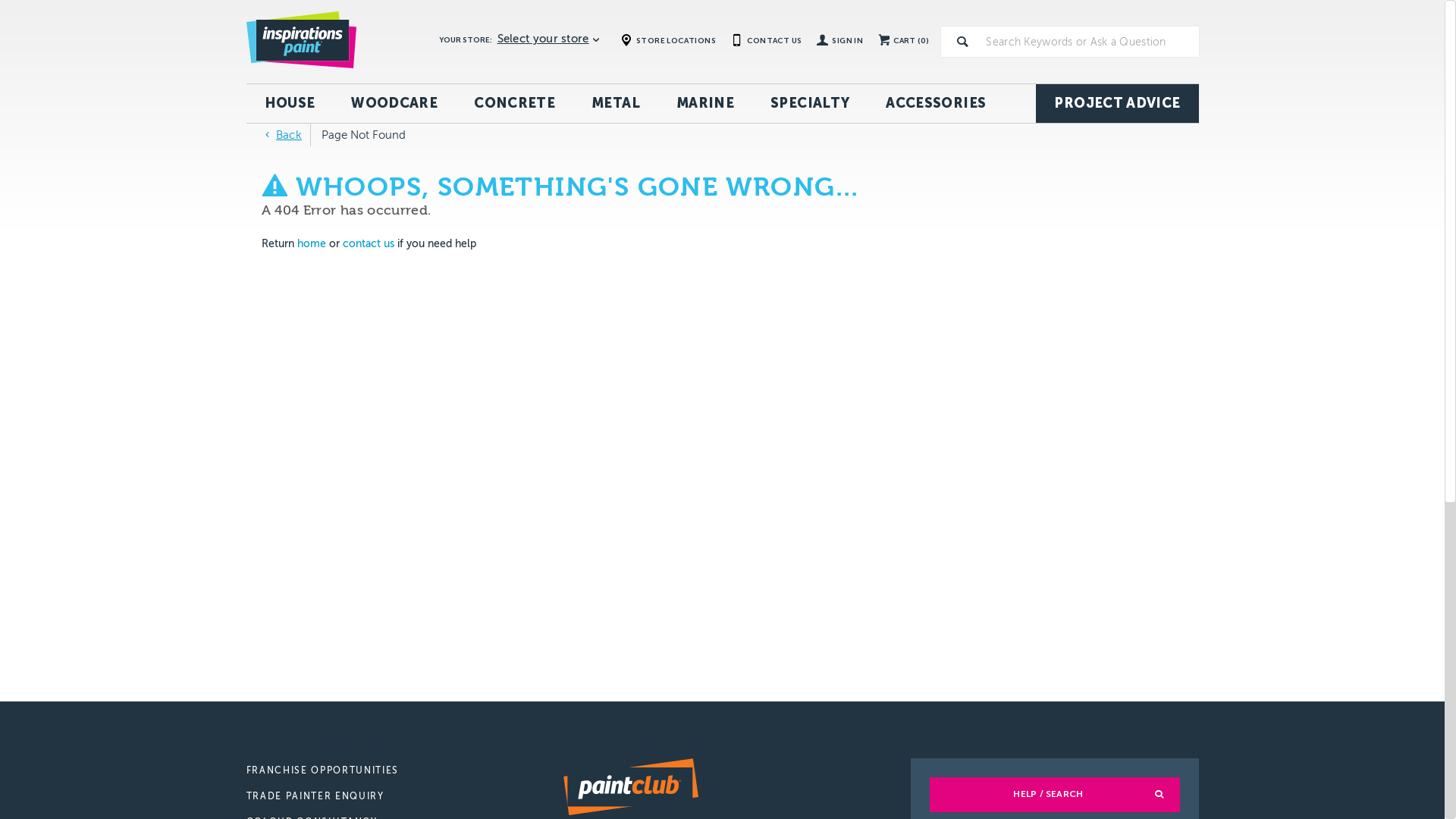 The image size is (1456, 819). Describe the element at coordinates (934, 102) in the screenshot. I see `'ACCESSORIES'` at that location.